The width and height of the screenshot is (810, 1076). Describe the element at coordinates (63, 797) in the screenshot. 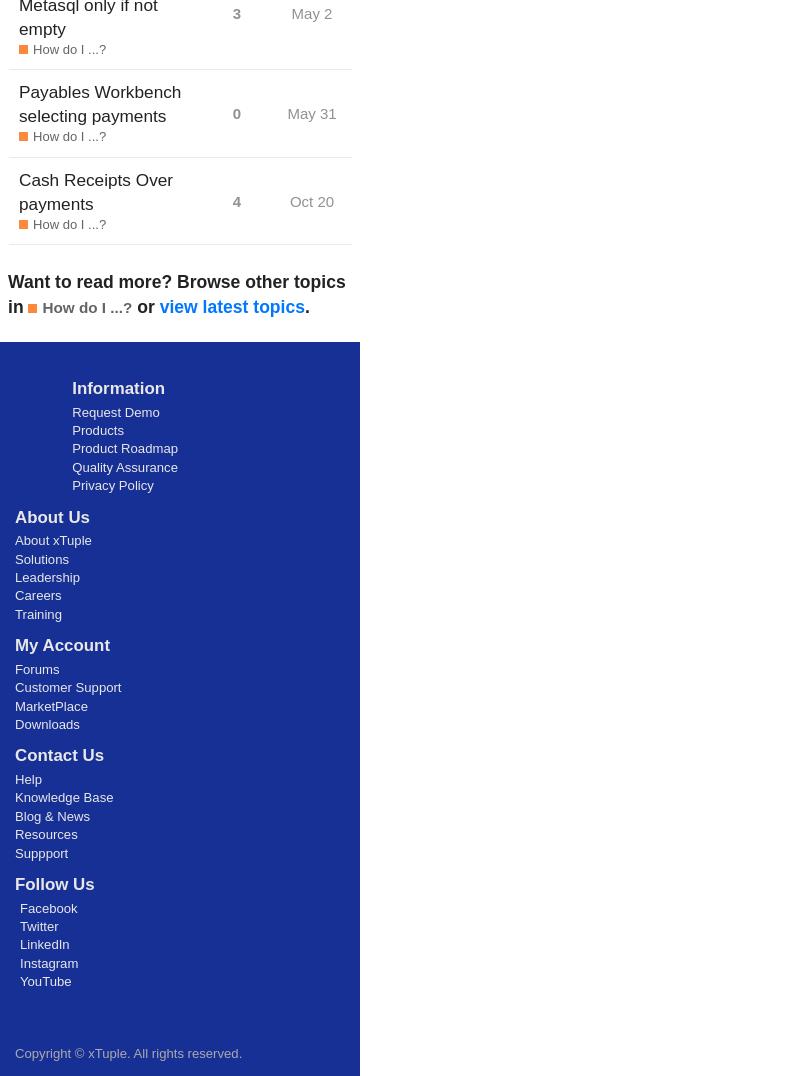

I see `'Knowledge Base'` at that location.